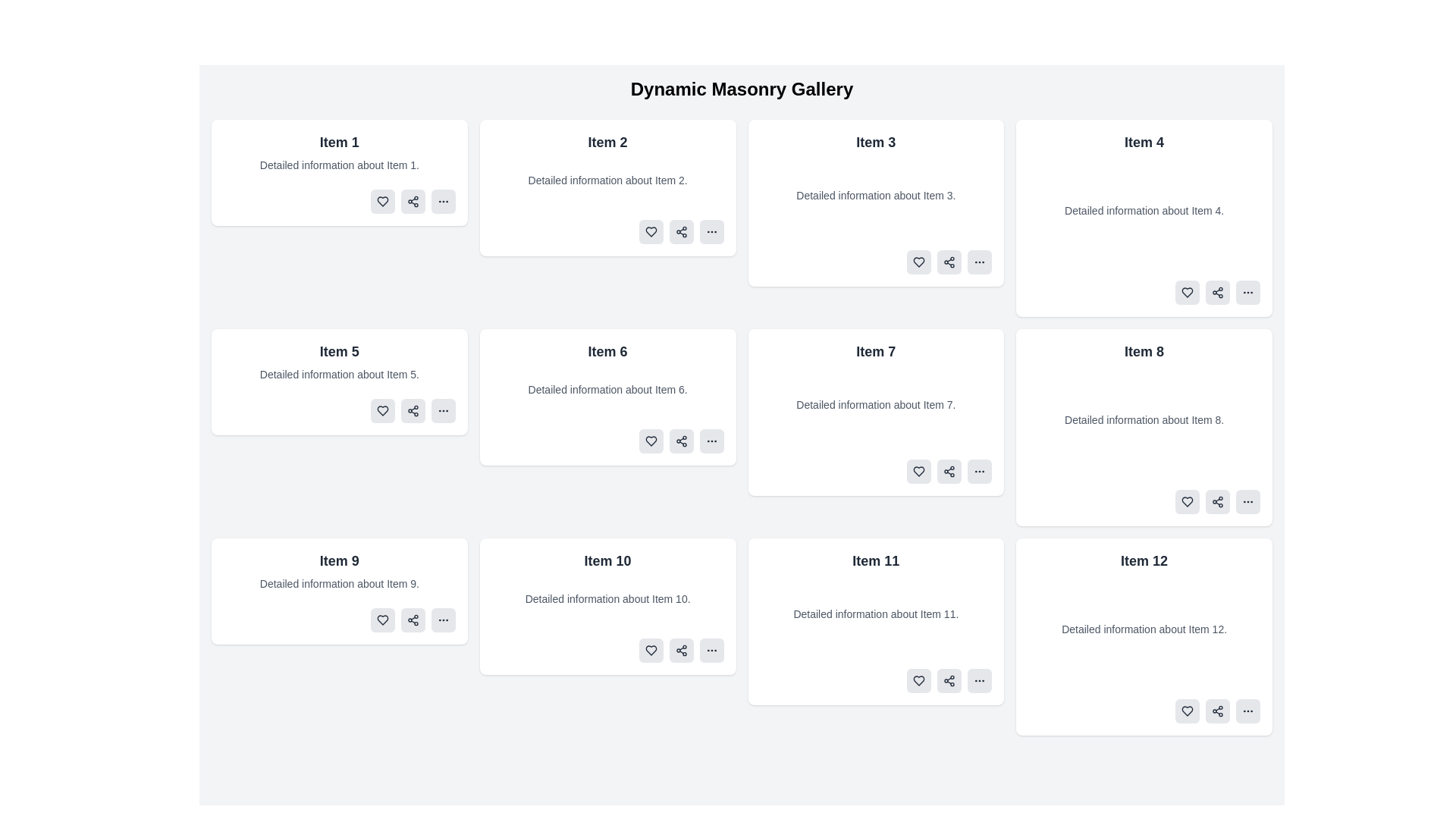  What do you see at coordinates (980, 470) in the screenshot?
I see `the Ellipsis icon located in the bottom-right corner of the 'Item 7' section` at bounding box center [980, 470].